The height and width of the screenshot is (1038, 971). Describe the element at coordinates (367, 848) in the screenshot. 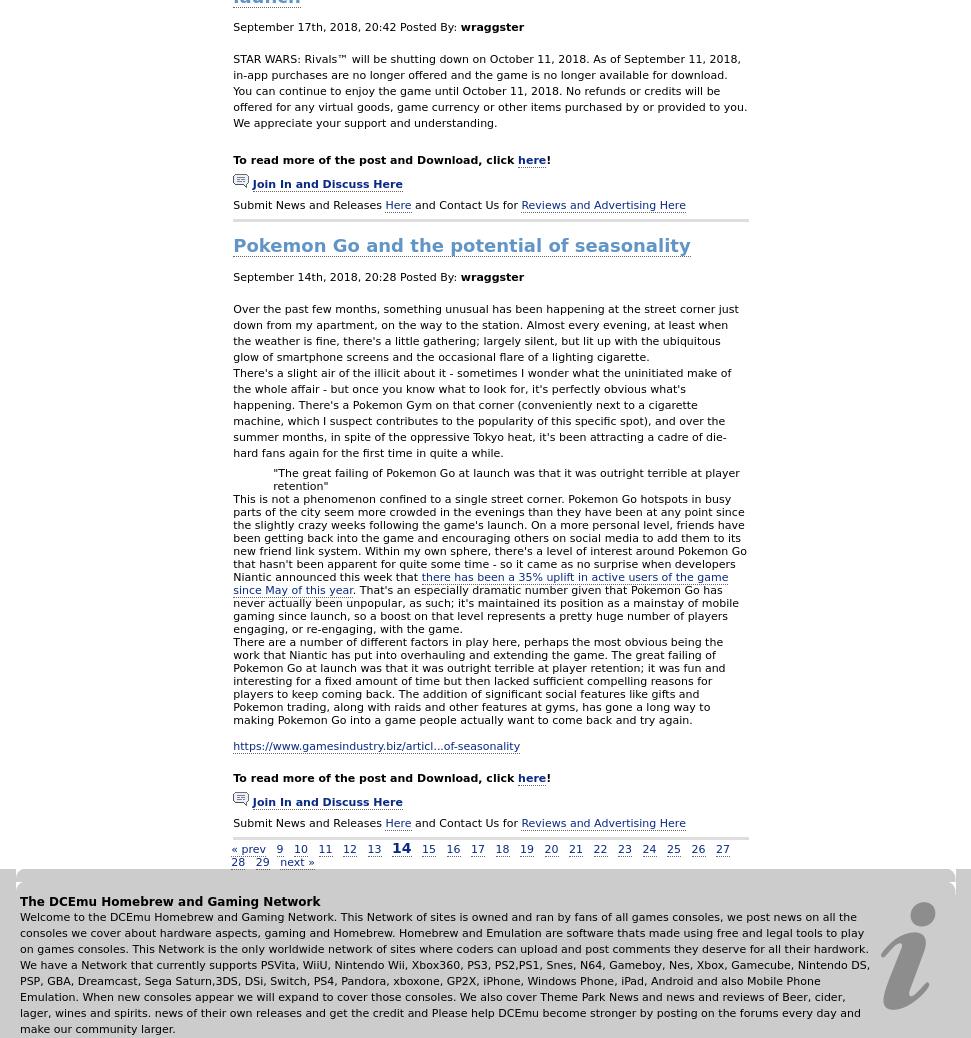

I see `'13'` at that location.